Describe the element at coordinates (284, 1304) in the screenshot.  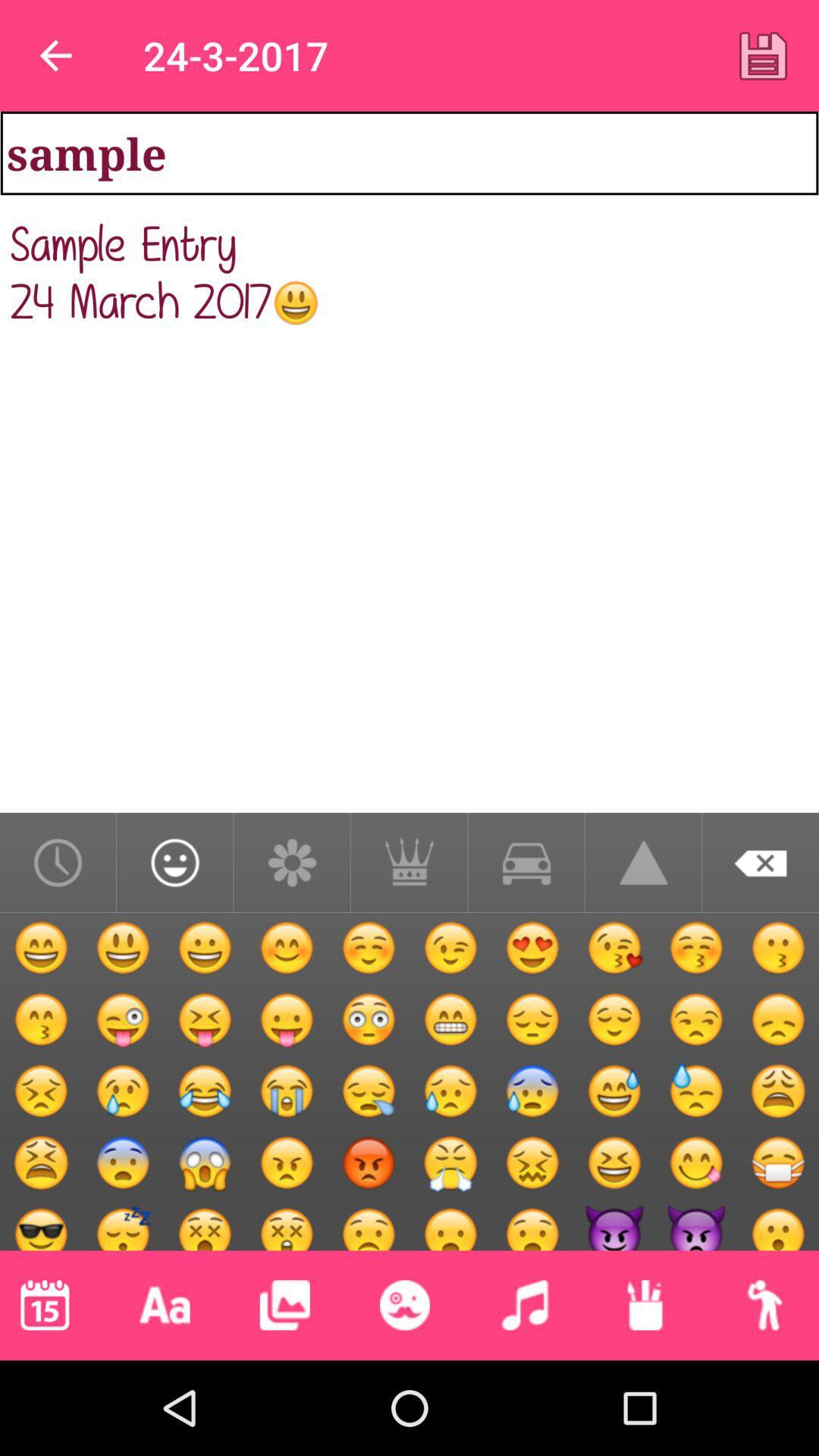
I see `the wallpaper icon` at that location.